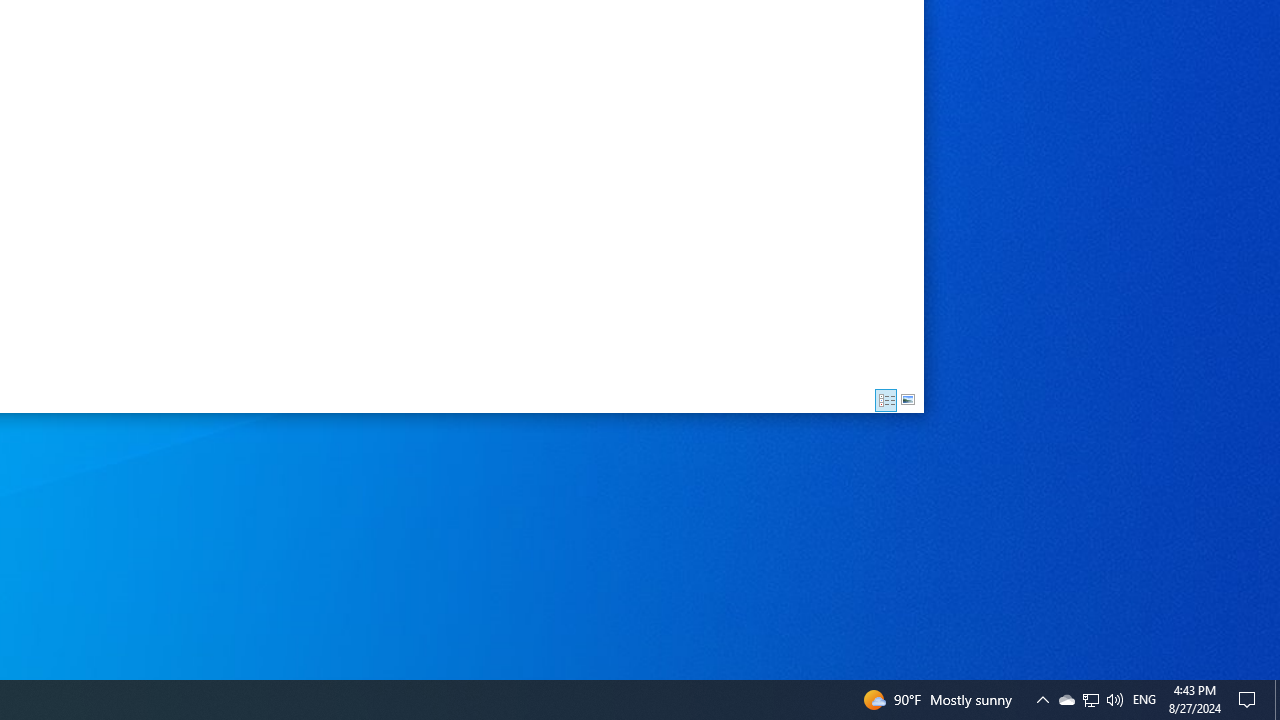  I want to click on 'Large Icons', so click(907, 400).